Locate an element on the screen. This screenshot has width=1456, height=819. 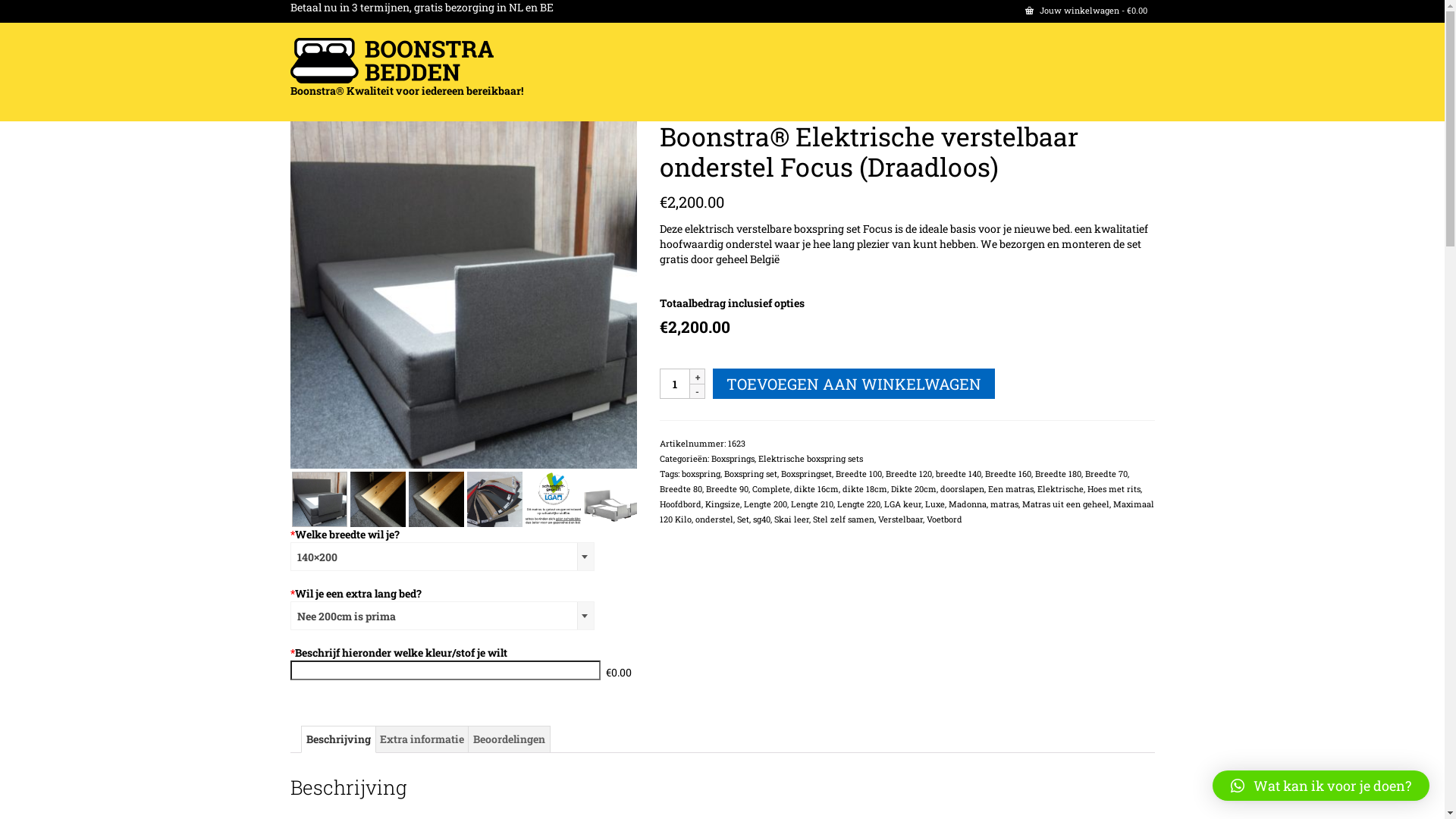
'sg40' is located at coordinates (761, 518).